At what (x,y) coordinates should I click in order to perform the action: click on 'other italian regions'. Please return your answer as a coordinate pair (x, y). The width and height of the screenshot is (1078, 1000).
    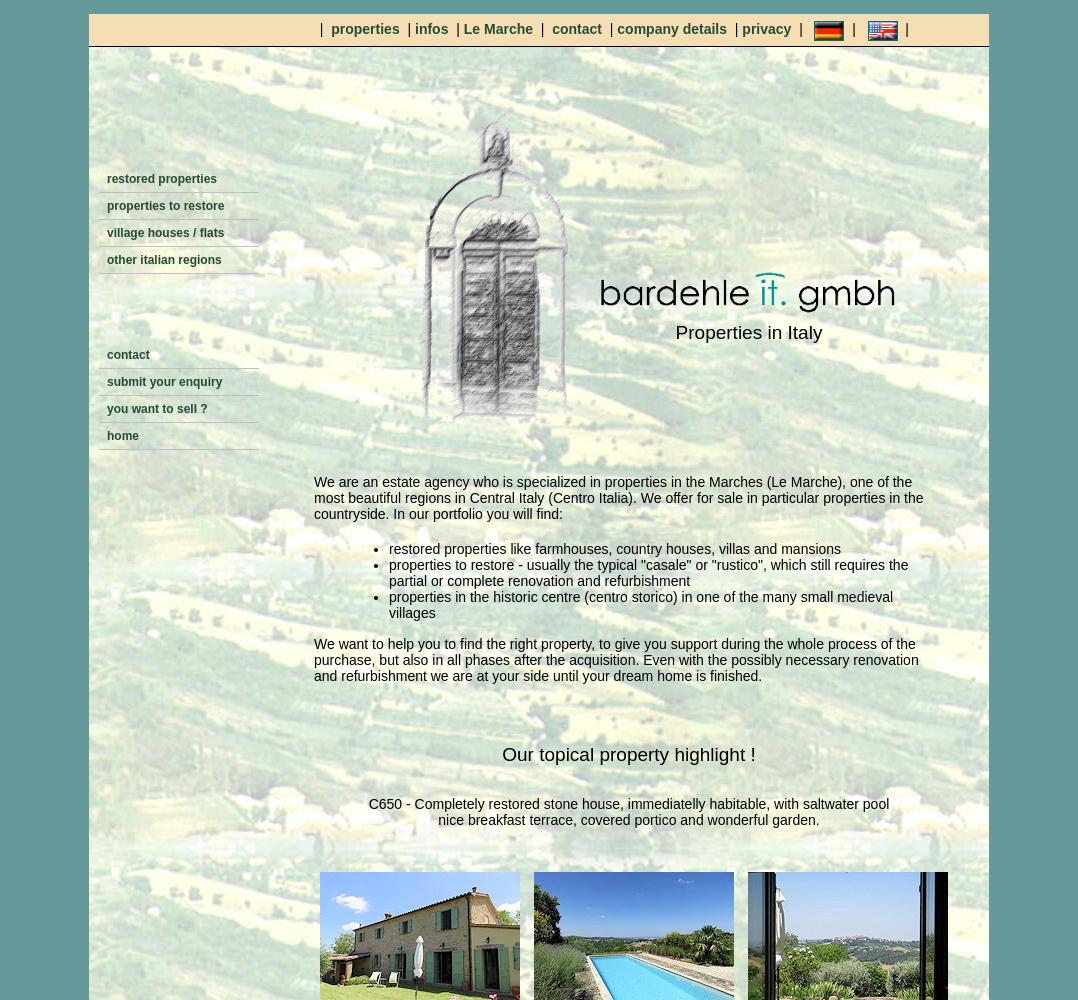
    Looking at the image, I should click on (162, 260).